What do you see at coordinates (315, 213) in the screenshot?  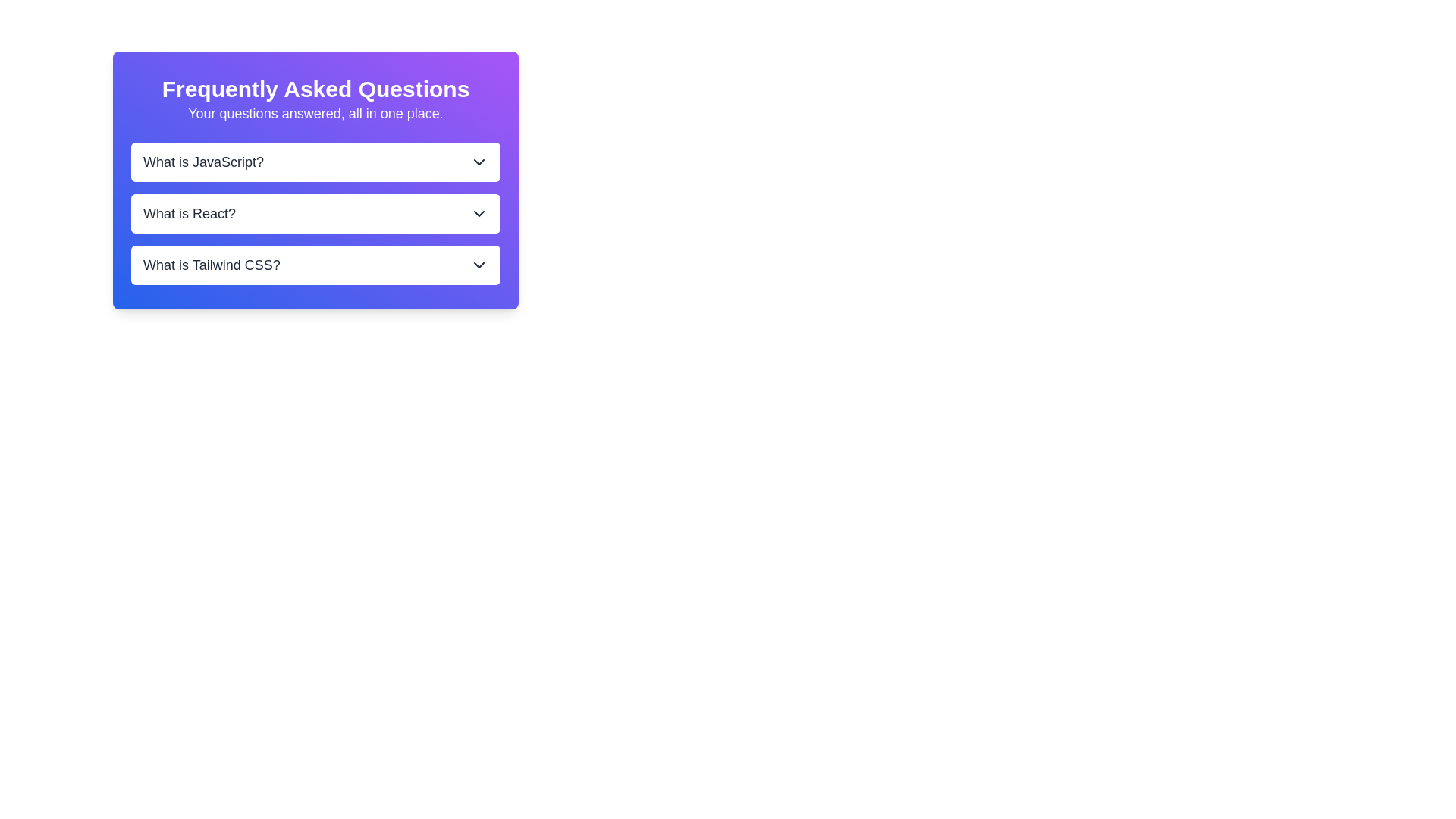 I see `the Collapsible Section Header titled 'What is React?'` at bounding box center [315, 213].